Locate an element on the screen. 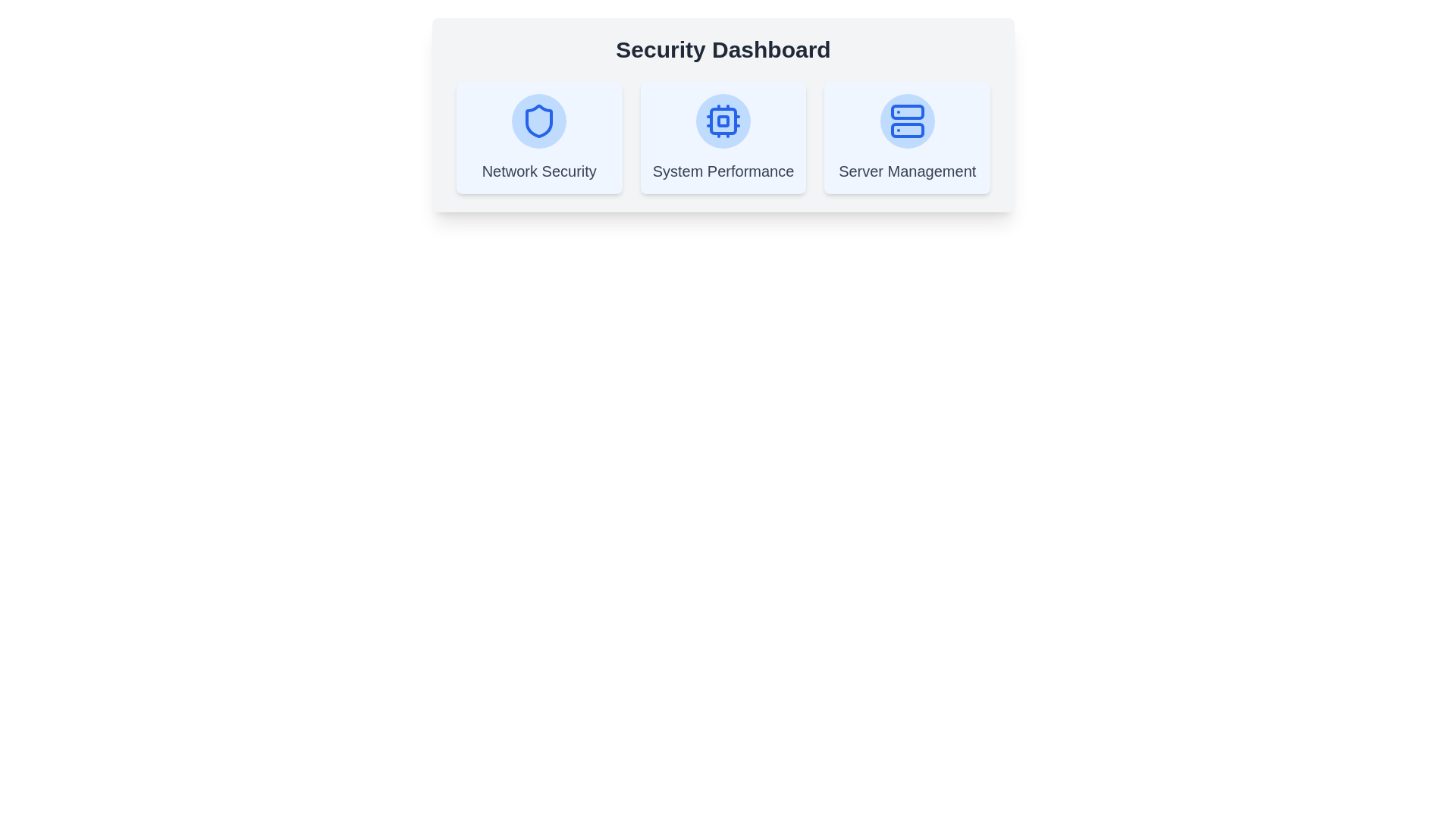 The image size is (1456, 819). the decorative graphical element, a light blue square with rounded corners, located within the 'System Performance' icon on the Security Dashboard interface is located at coordinates (723, 120).